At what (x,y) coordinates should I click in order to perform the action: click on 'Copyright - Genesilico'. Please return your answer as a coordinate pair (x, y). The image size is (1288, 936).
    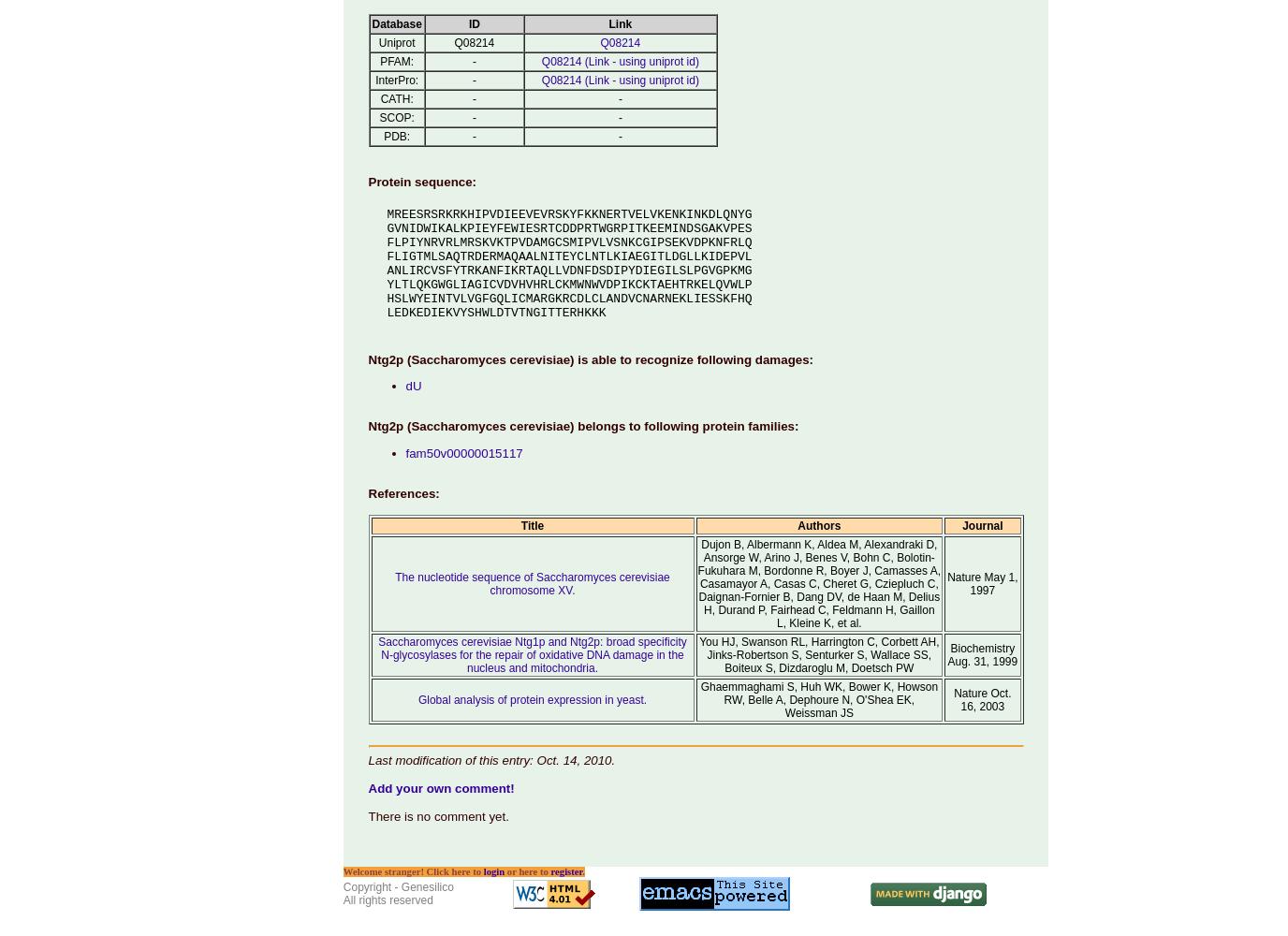
    Looking at the image, I should click on (397, 886).